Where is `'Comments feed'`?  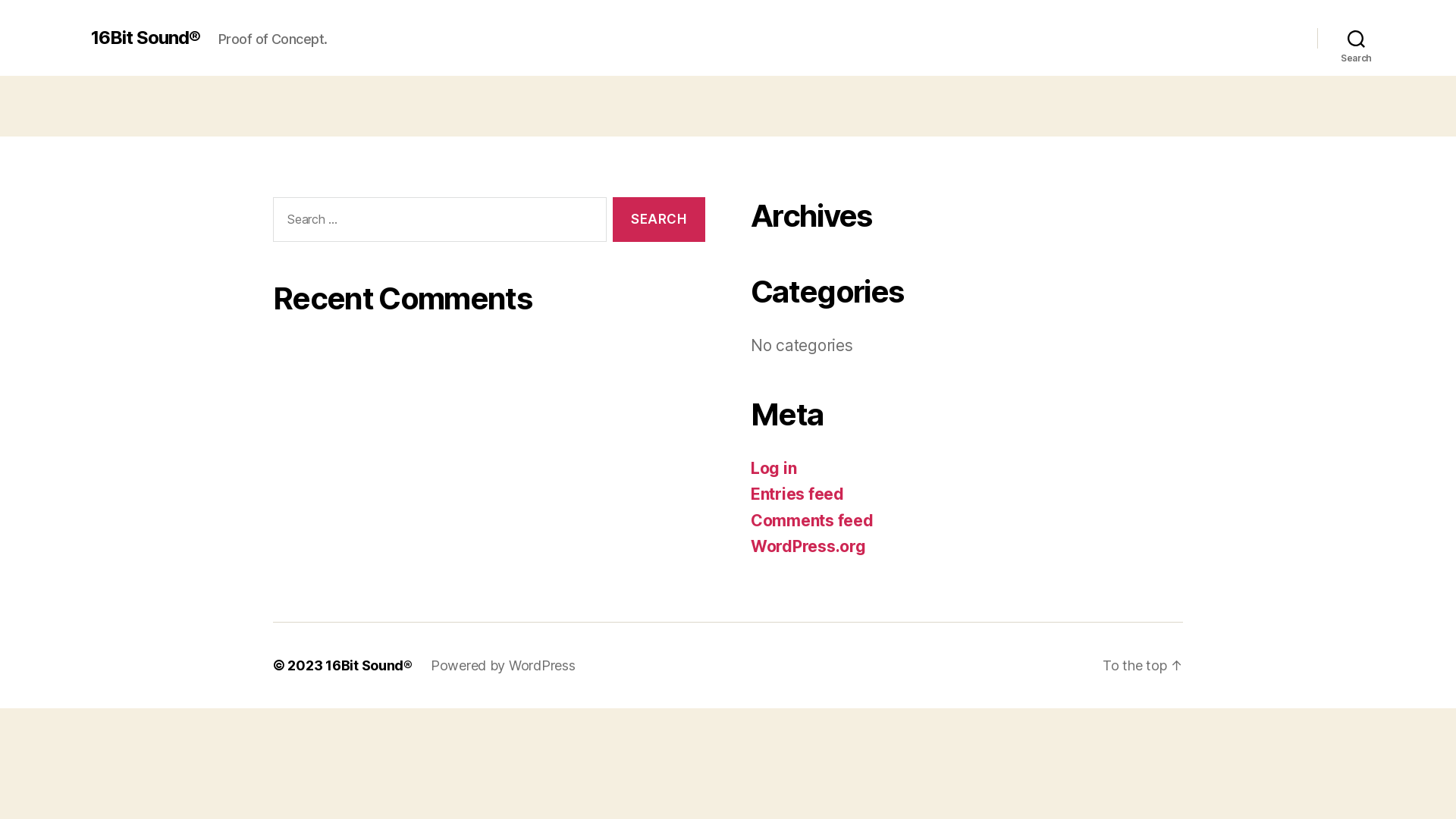
'Comments feed' is located at coordinates (811, 519).